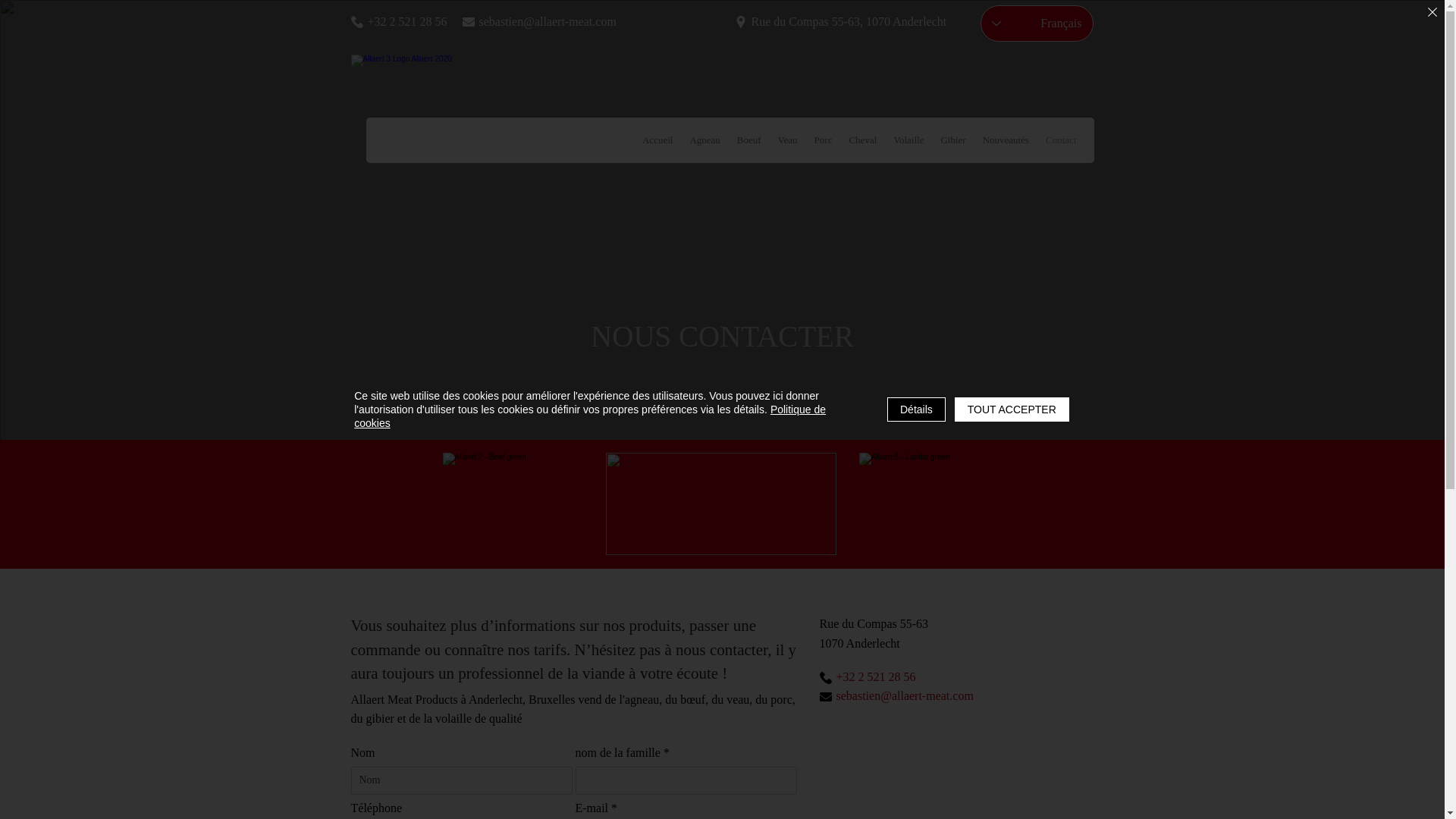 The width and height of the screenshot is (1456, 819). What do you see at coordinates (886, 676) in the screenshot?
I see `'+32 2 521 28 56'` at bounding box center [886, 676].